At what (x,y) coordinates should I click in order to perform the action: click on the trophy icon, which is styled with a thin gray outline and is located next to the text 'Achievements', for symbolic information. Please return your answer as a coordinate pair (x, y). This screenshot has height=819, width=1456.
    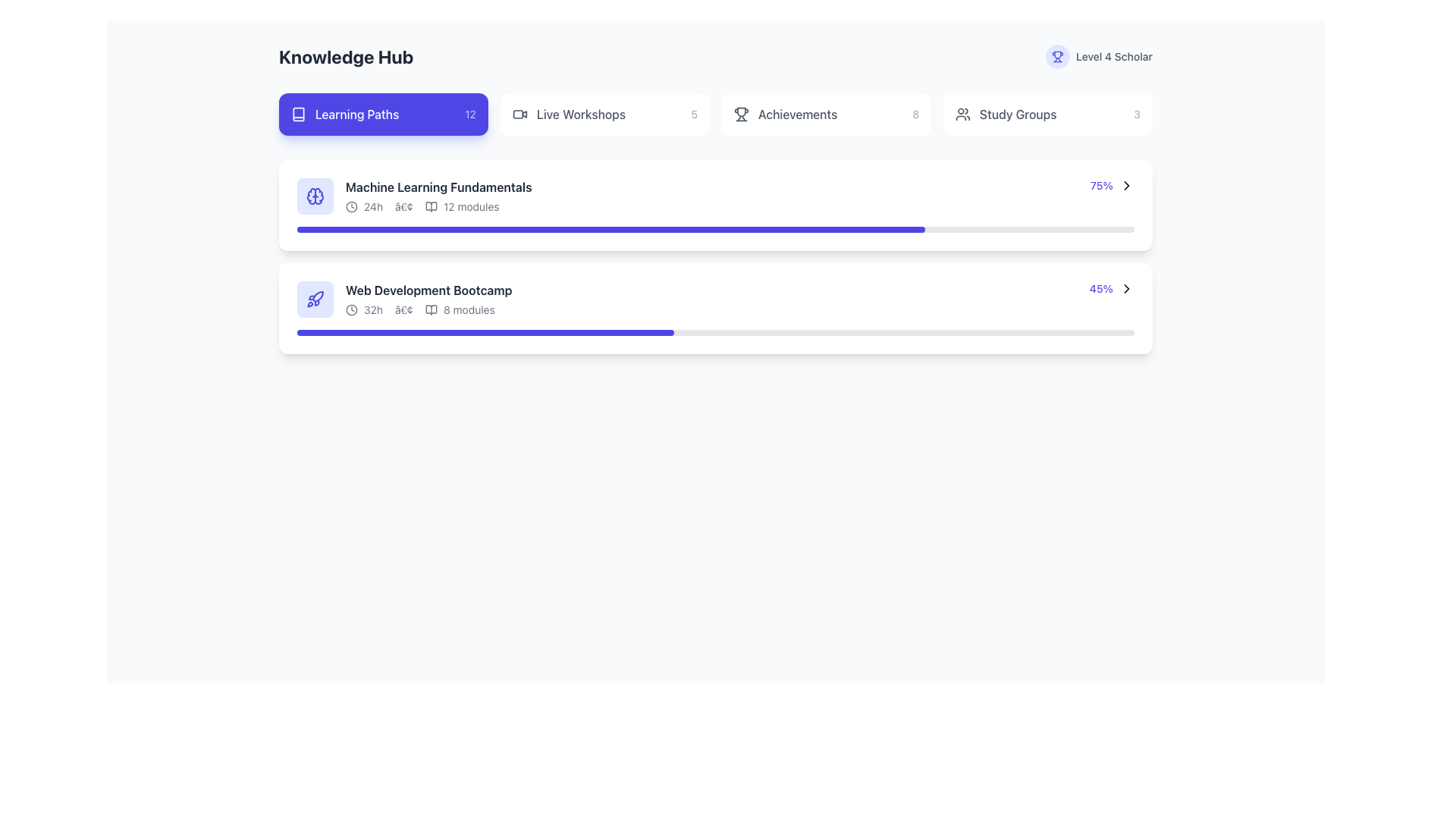
    Looking at the image, I should click on (742, 113).